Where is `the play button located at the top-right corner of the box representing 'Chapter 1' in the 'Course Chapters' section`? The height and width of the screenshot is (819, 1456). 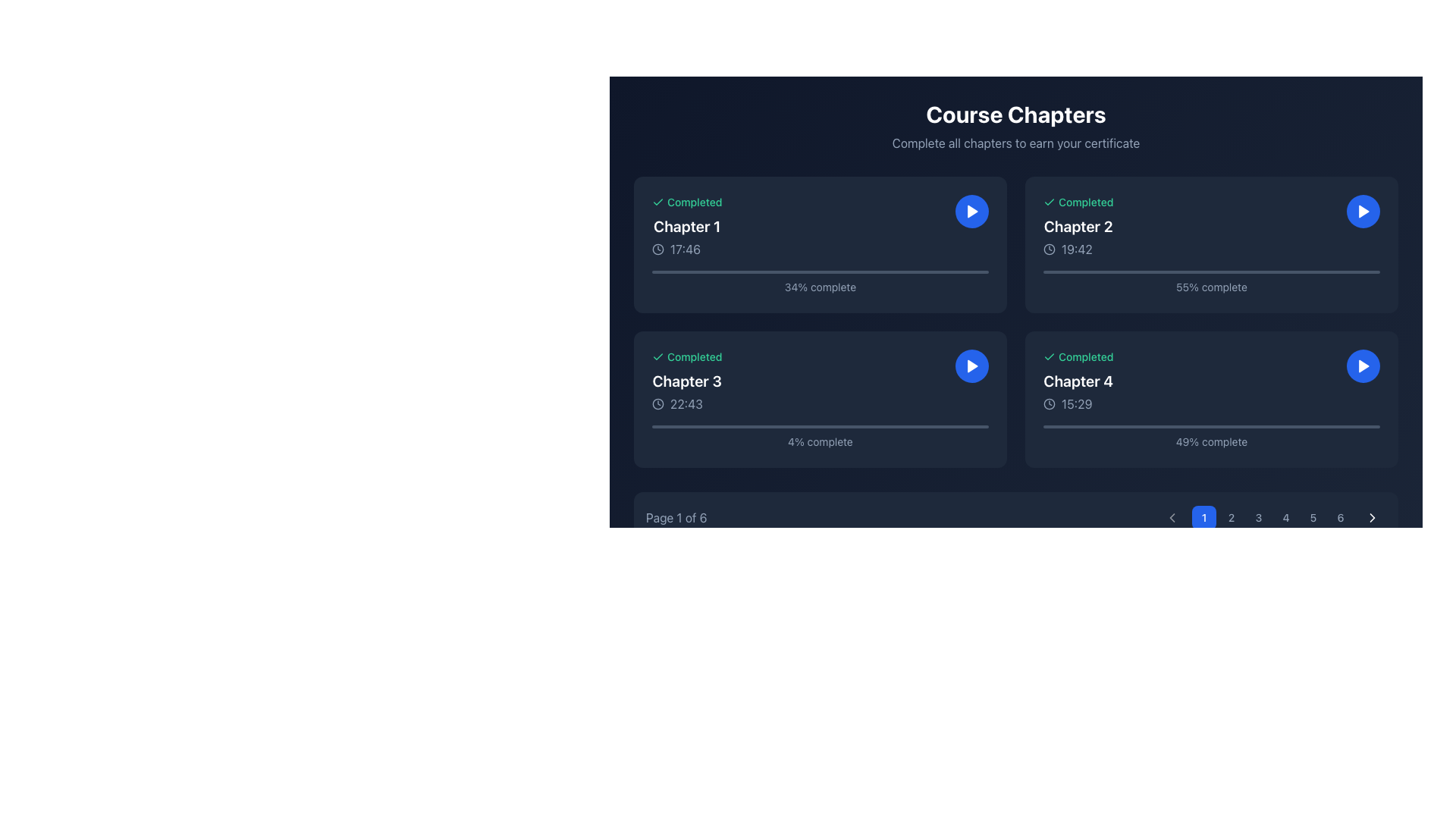 the play button located at the top-right corner of the box representing 'Chapter 1' in the 'Course Chapters' section is located at coordinates (971, 211).